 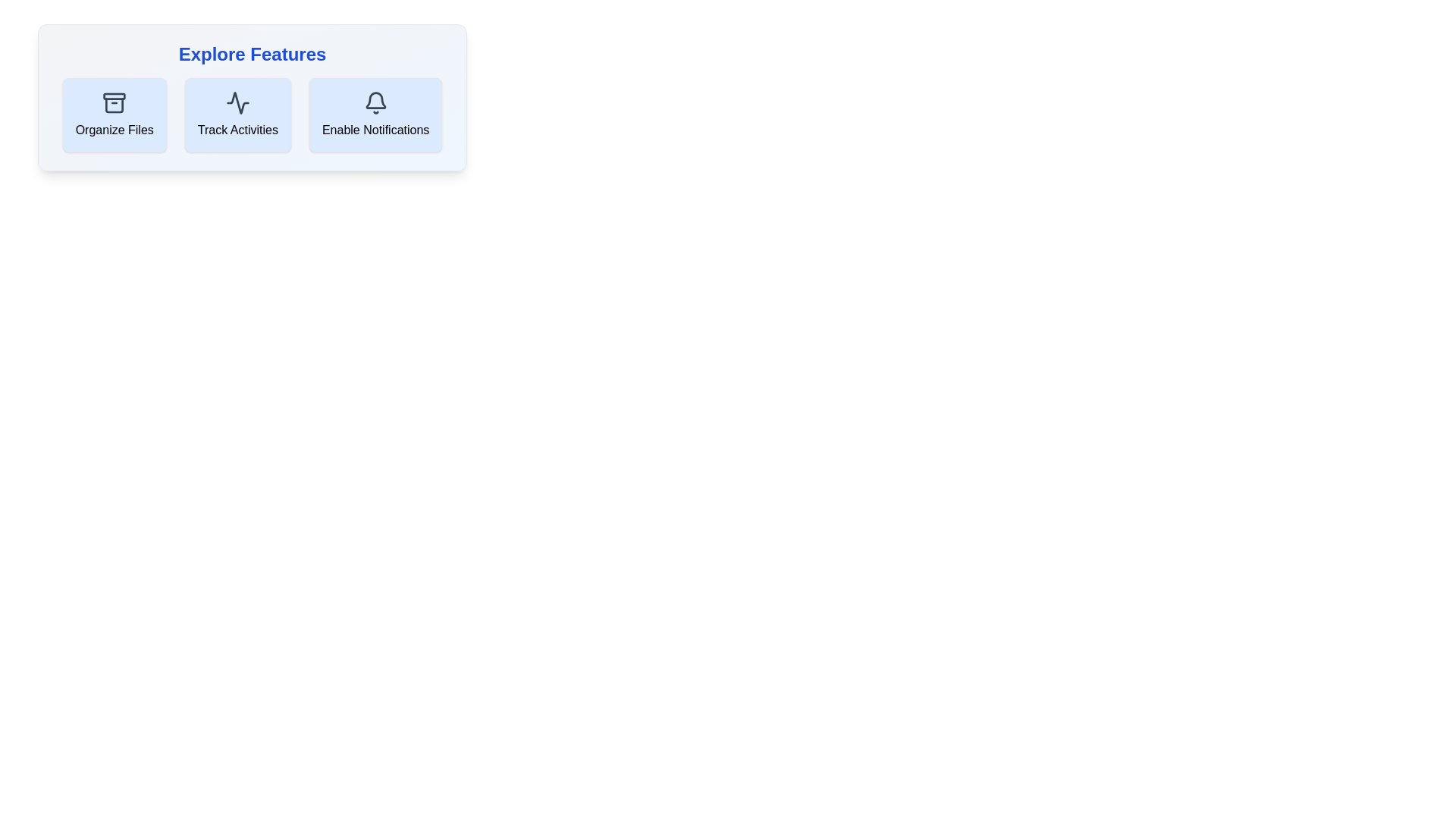 What do you see at coordinates (375, 130) in the screenshot?
I see `the descriptive Text label located below the bell icon, which is part of the third group in a horizontally aligned list of features` at bounding box center [375, 130].